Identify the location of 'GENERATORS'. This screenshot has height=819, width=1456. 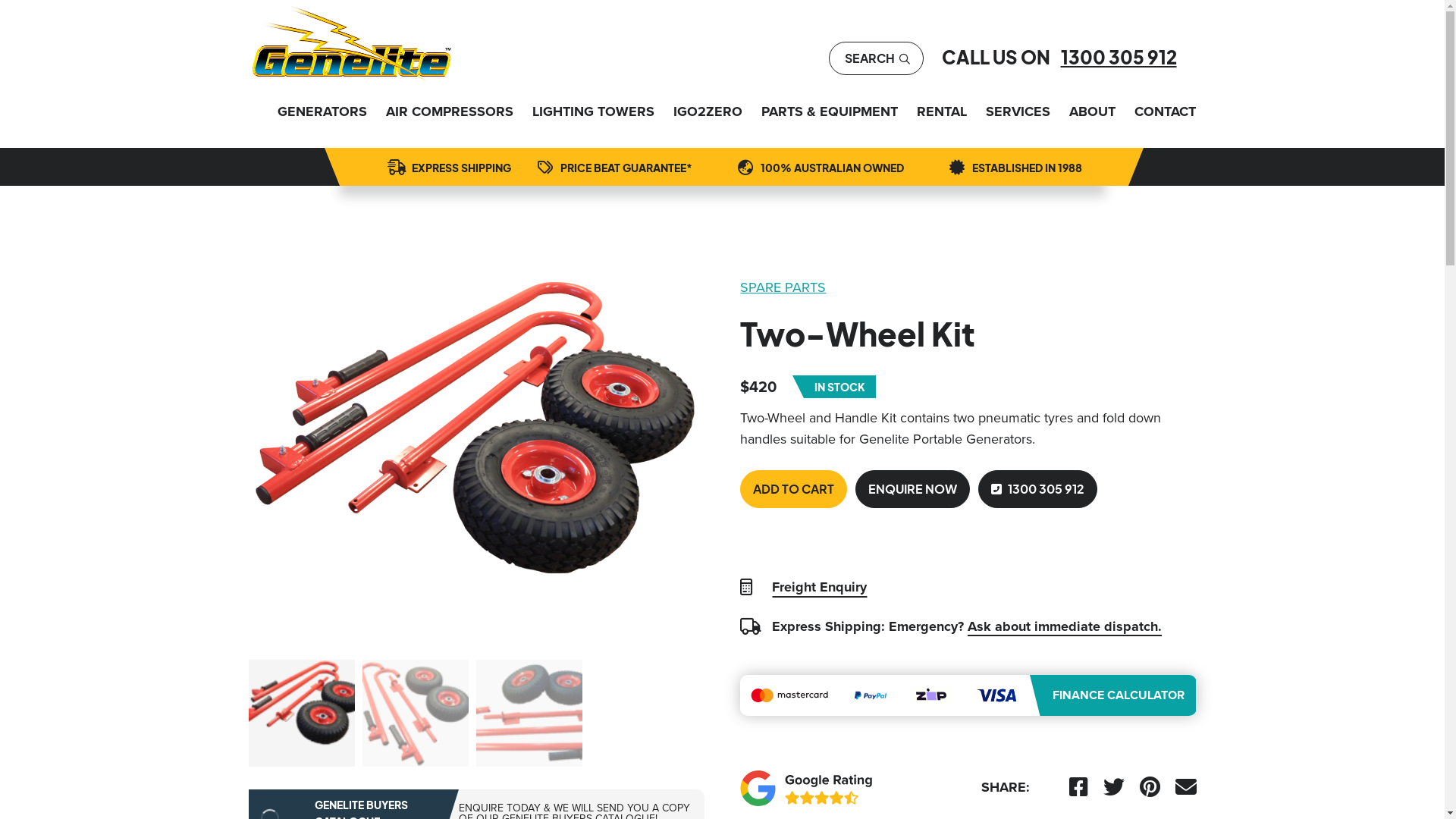
(322, 110).